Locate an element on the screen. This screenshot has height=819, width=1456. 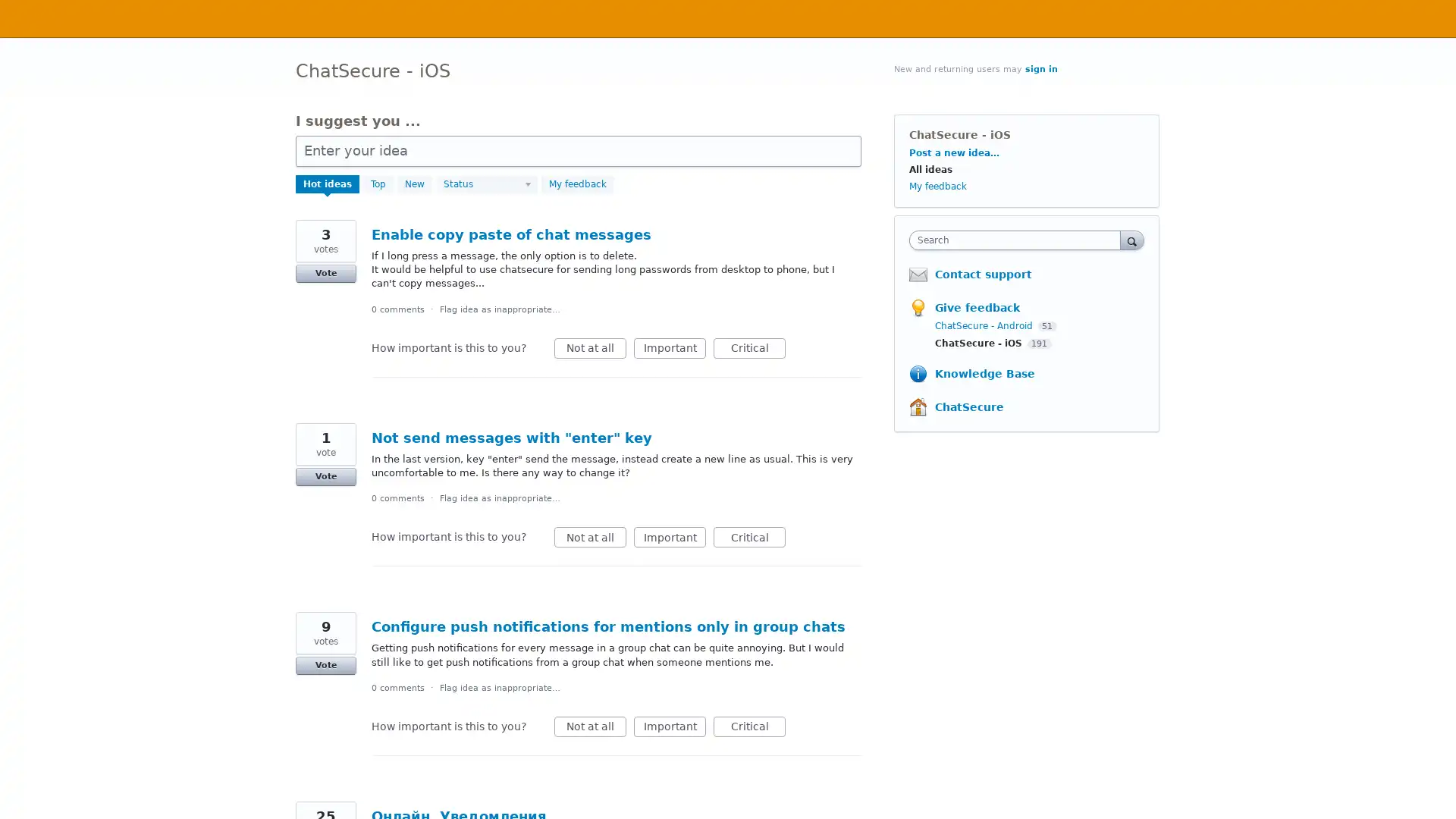
Vote is located at coordinates (325, 475).